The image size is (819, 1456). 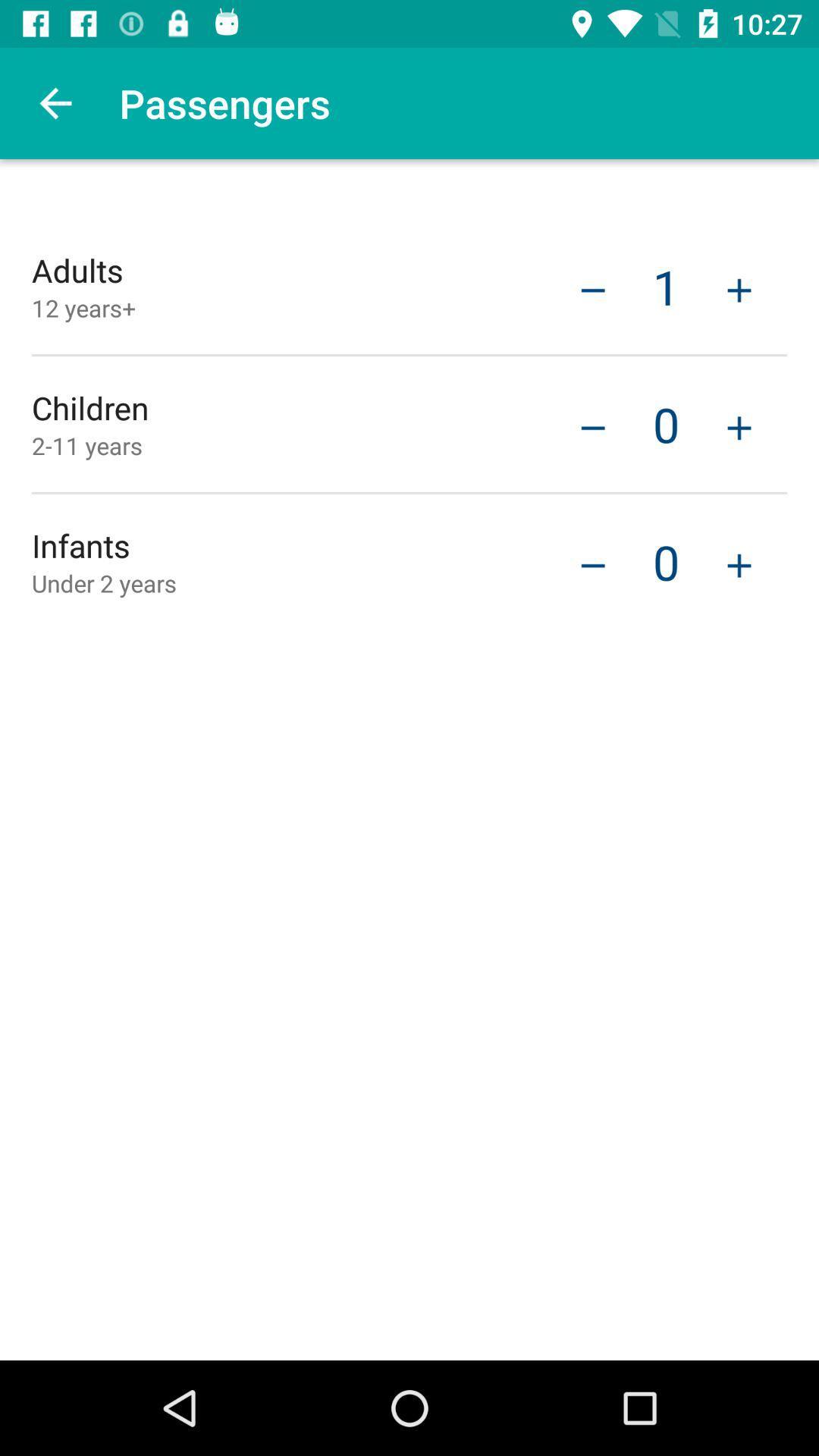 I want to click on increase, so click(x=739, y=425).